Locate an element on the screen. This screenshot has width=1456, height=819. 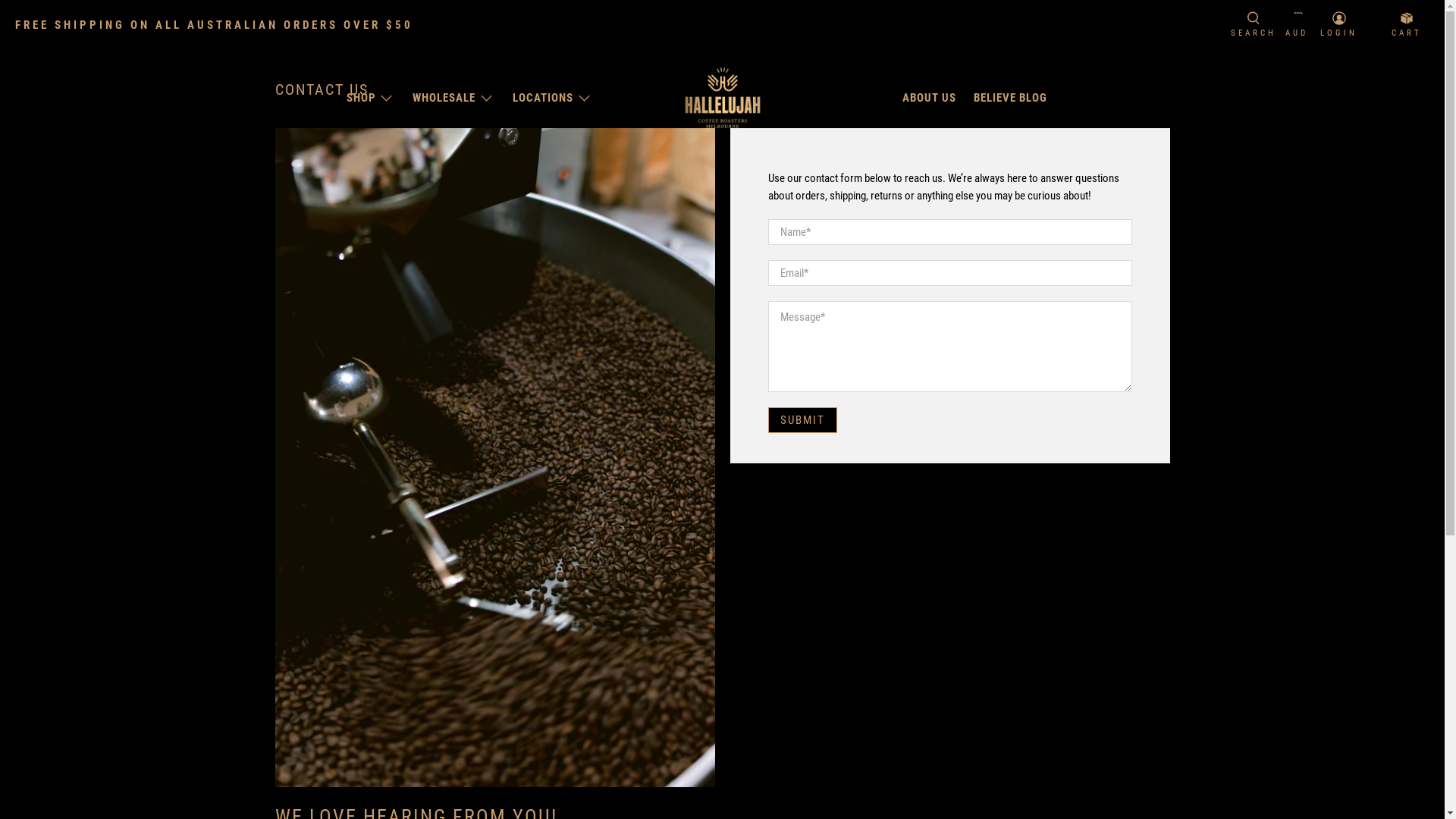
'SHOP' is located at coordinates (337, 98).